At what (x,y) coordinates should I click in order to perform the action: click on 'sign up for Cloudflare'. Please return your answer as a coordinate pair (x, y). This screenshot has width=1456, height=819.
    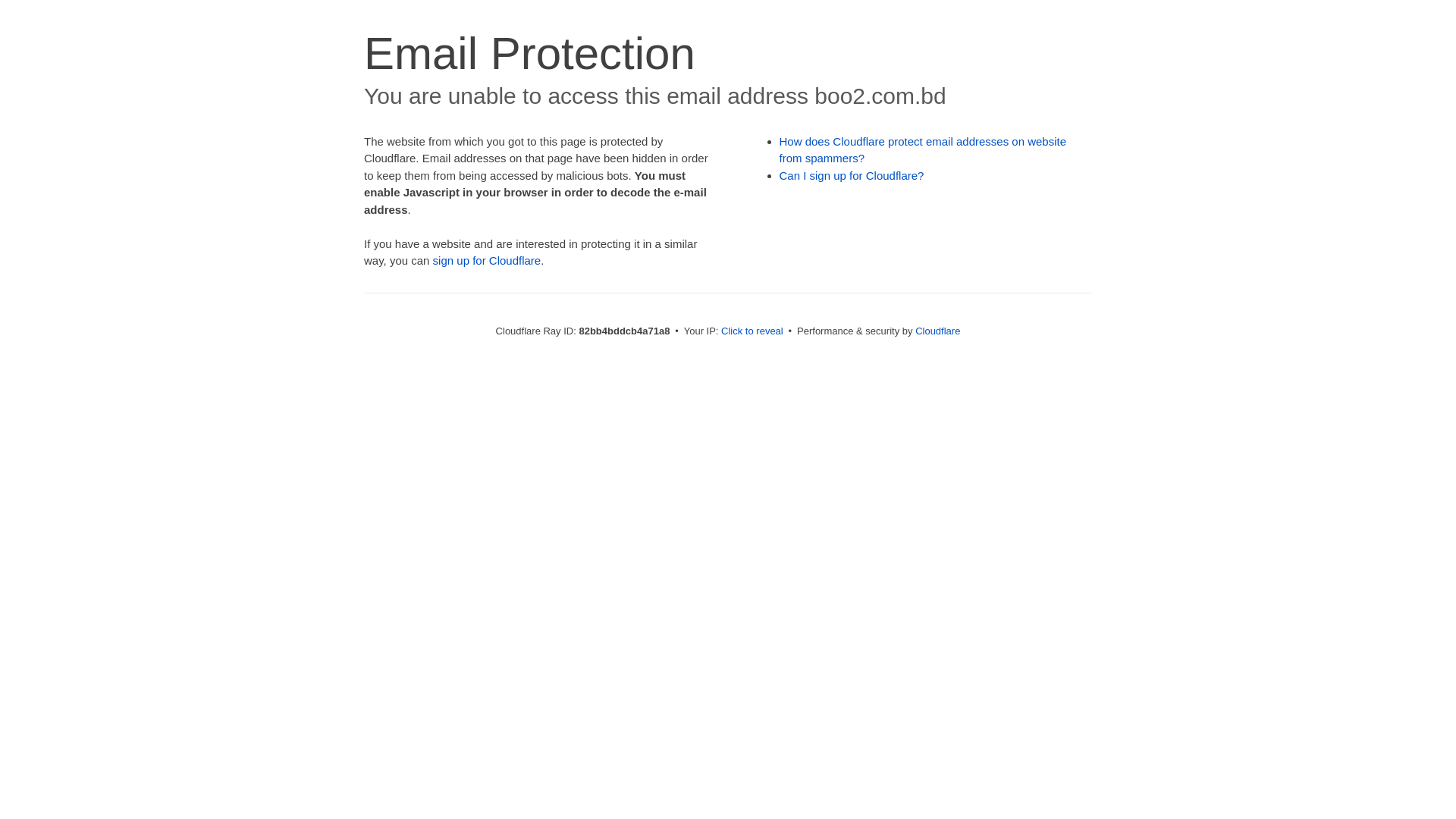
    Looking at the image, I should click on (487, 259).